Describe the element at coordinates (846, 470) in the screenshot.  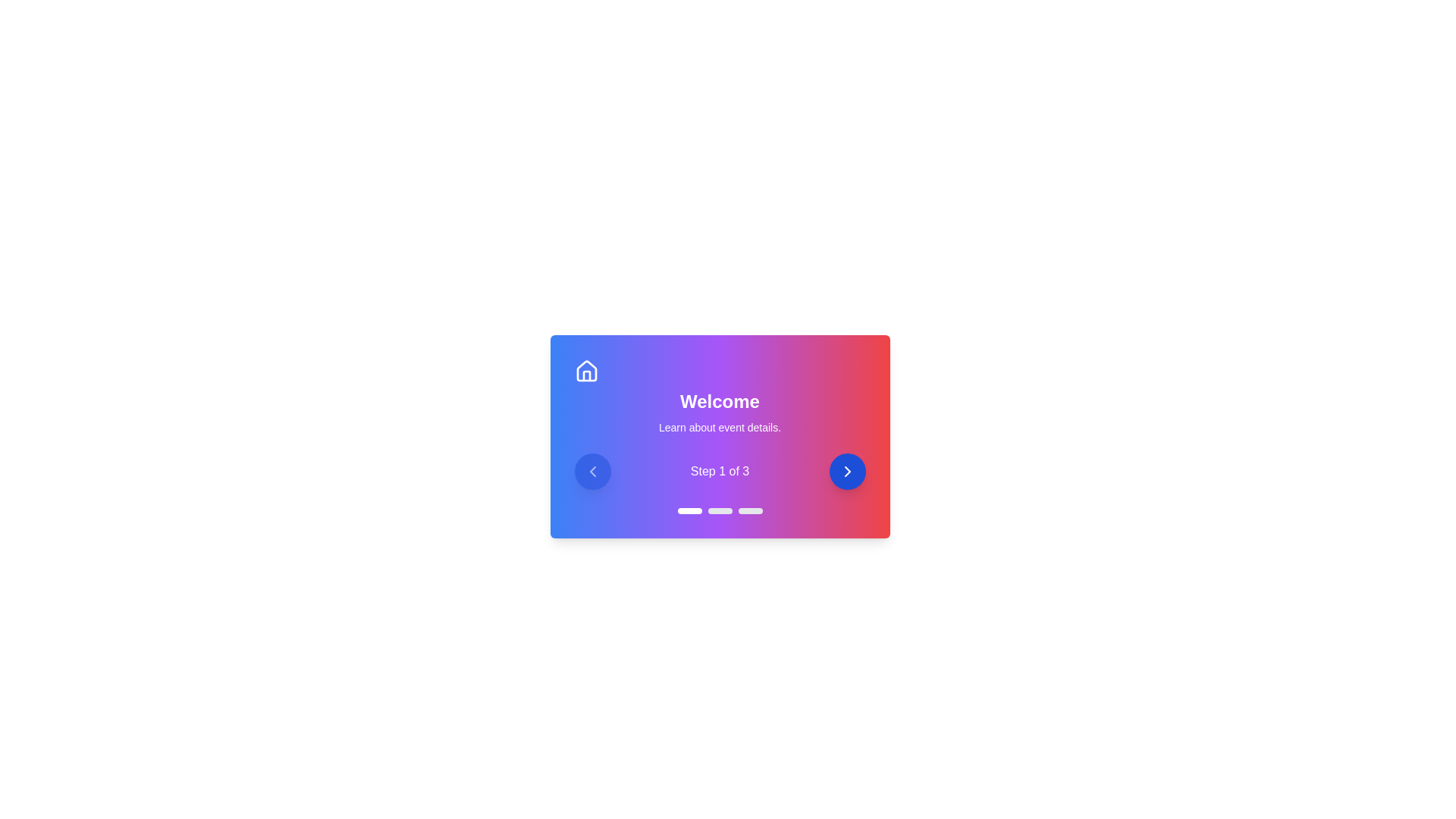
I see `the right arrow button to navigate to the next step` at that location.